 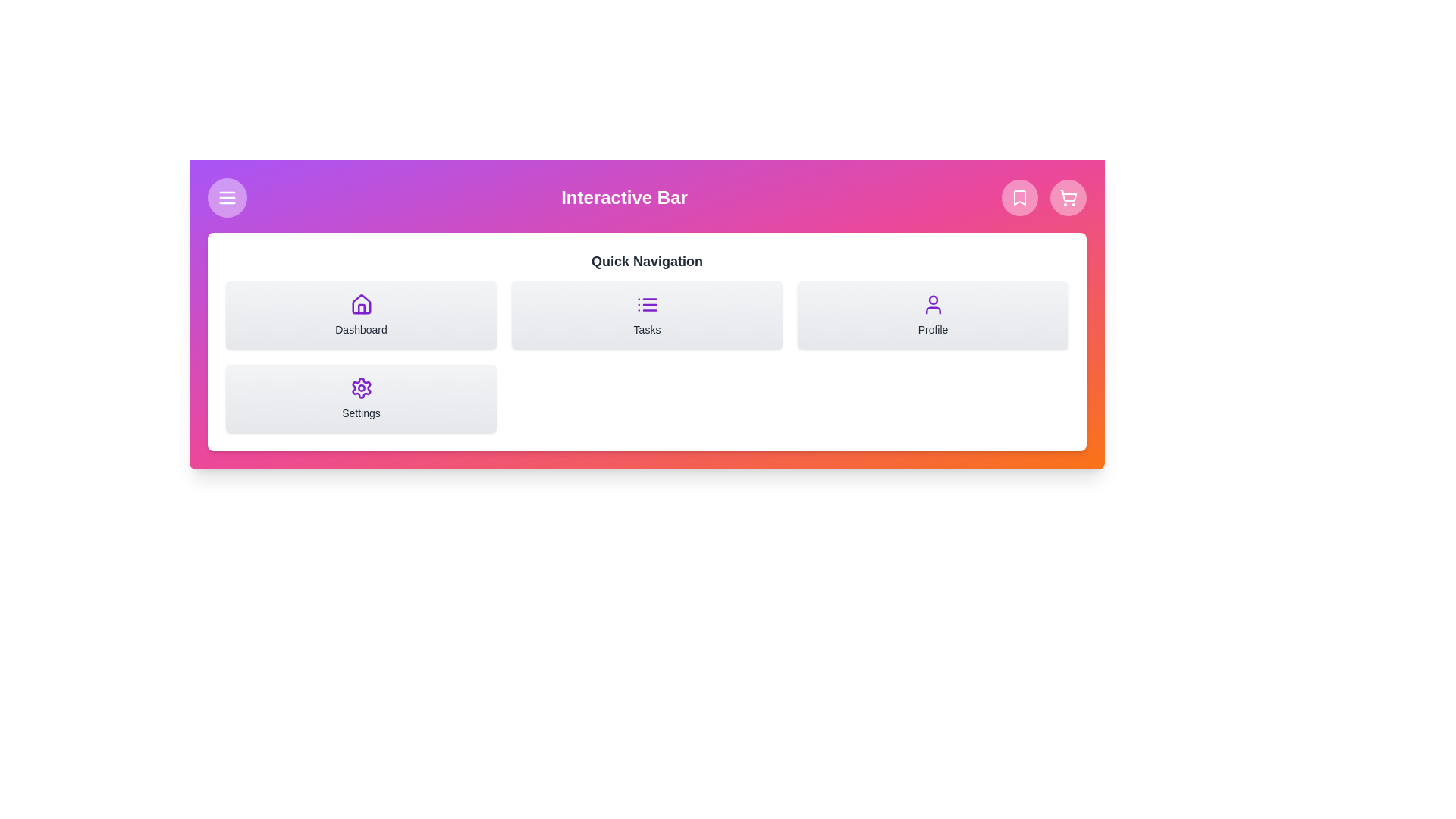 I want to click on the menu button to toggle the visibility of the navigation menu, so click(x=226, y=197).